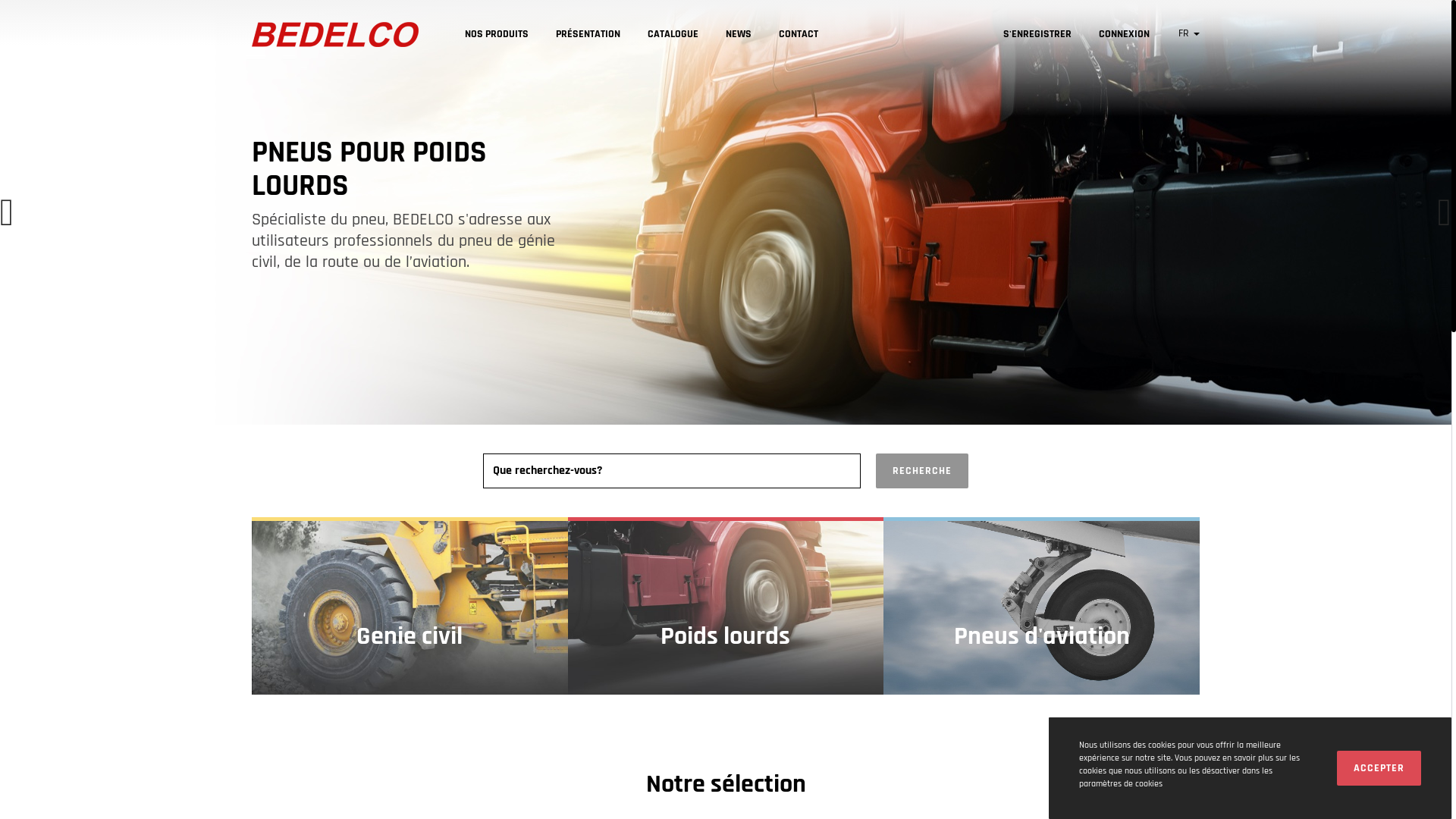 The height and width of the screenshot is (819, 1456). I want to click on 'Genie civil', so click(409, 604).